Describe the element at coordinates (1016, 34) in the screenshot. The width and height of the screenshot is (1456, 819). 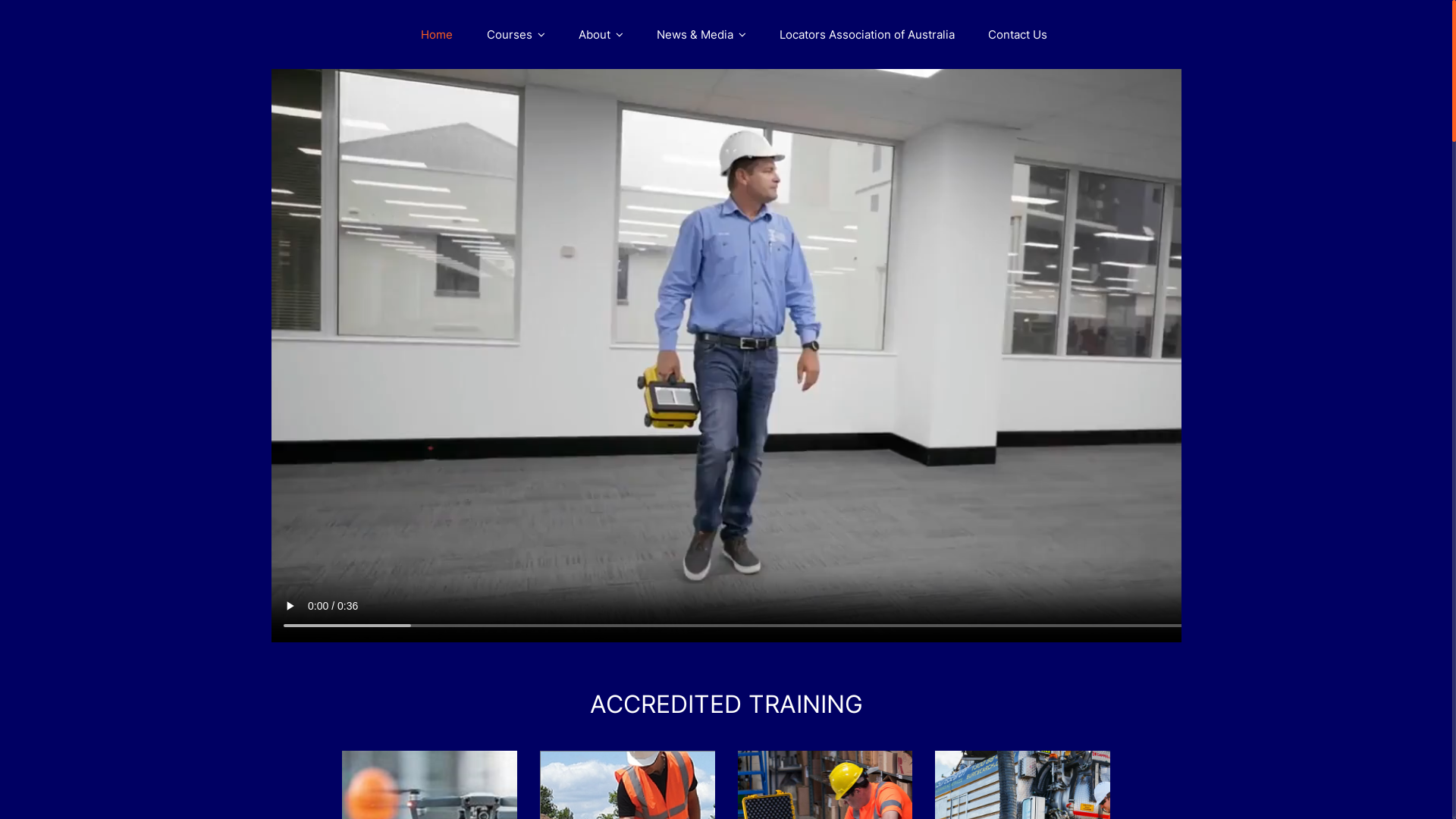
I see `'Contact Us'` at that location.